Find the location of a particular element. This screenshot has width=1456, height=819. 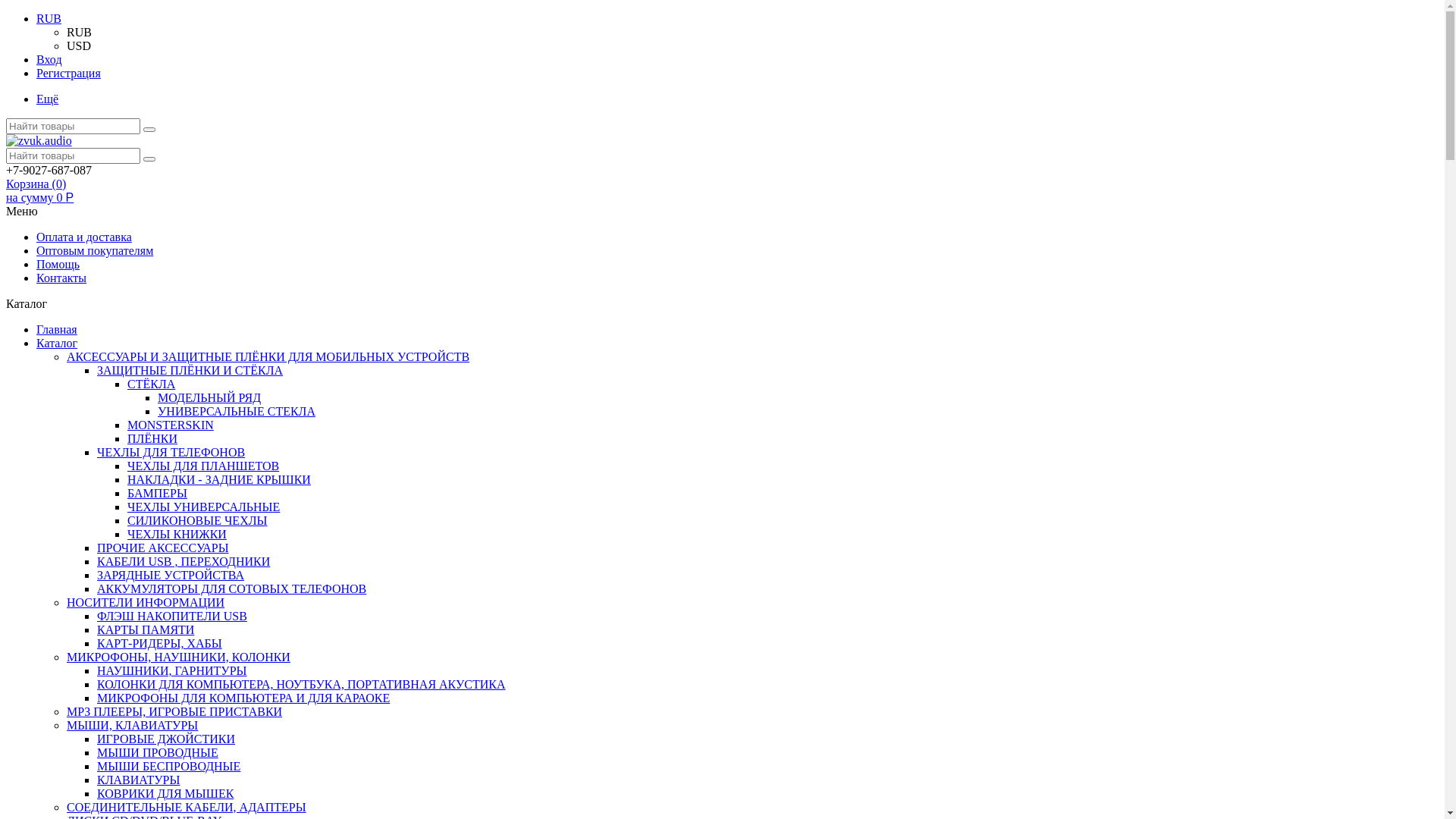

'RUB' is located at coordinates (78, 32).